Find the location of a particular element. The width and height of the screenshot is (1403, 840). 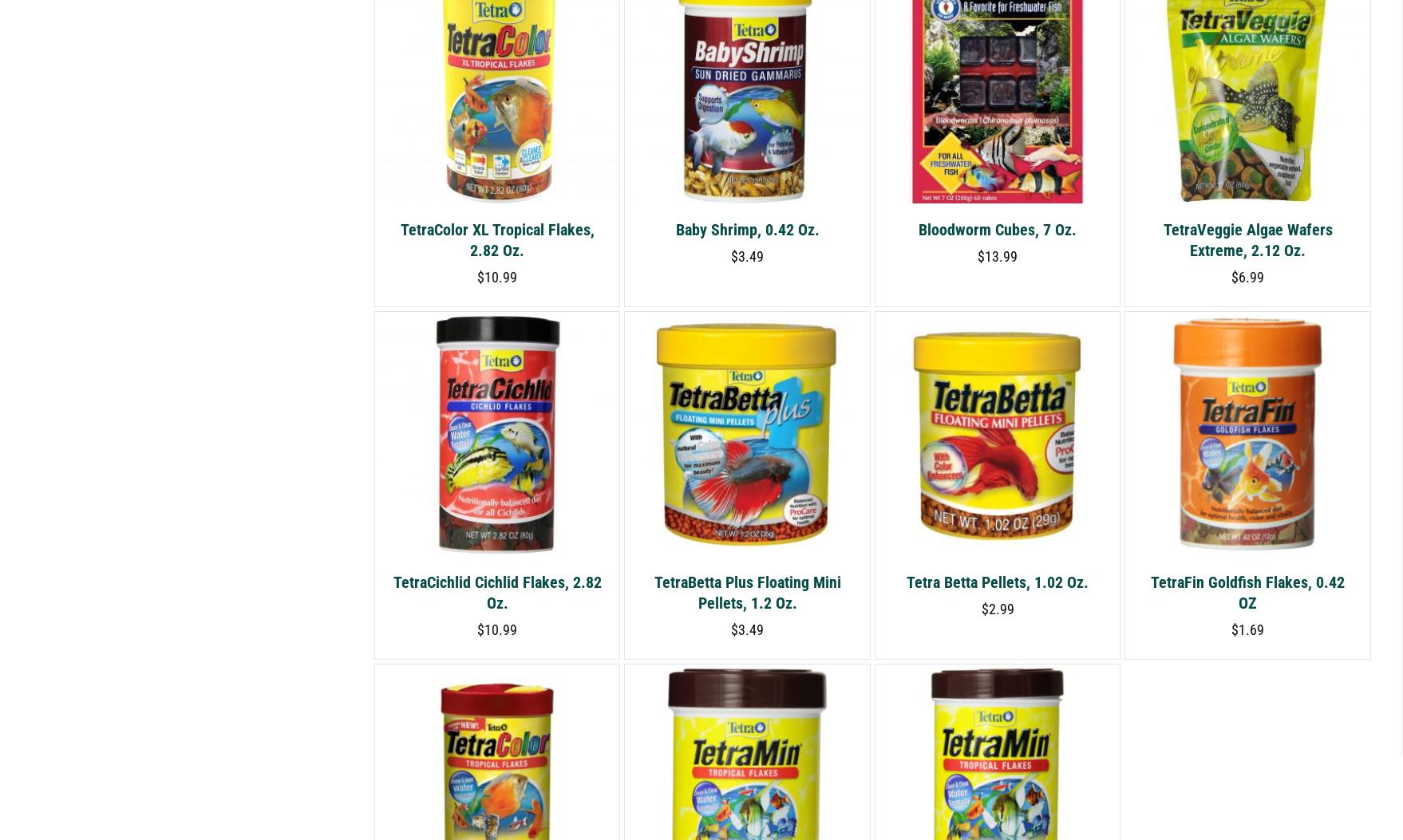

'TetraBetta Plus Floating Mini Pellets, 1.2 oz.' is located at coordinates (746, 591).